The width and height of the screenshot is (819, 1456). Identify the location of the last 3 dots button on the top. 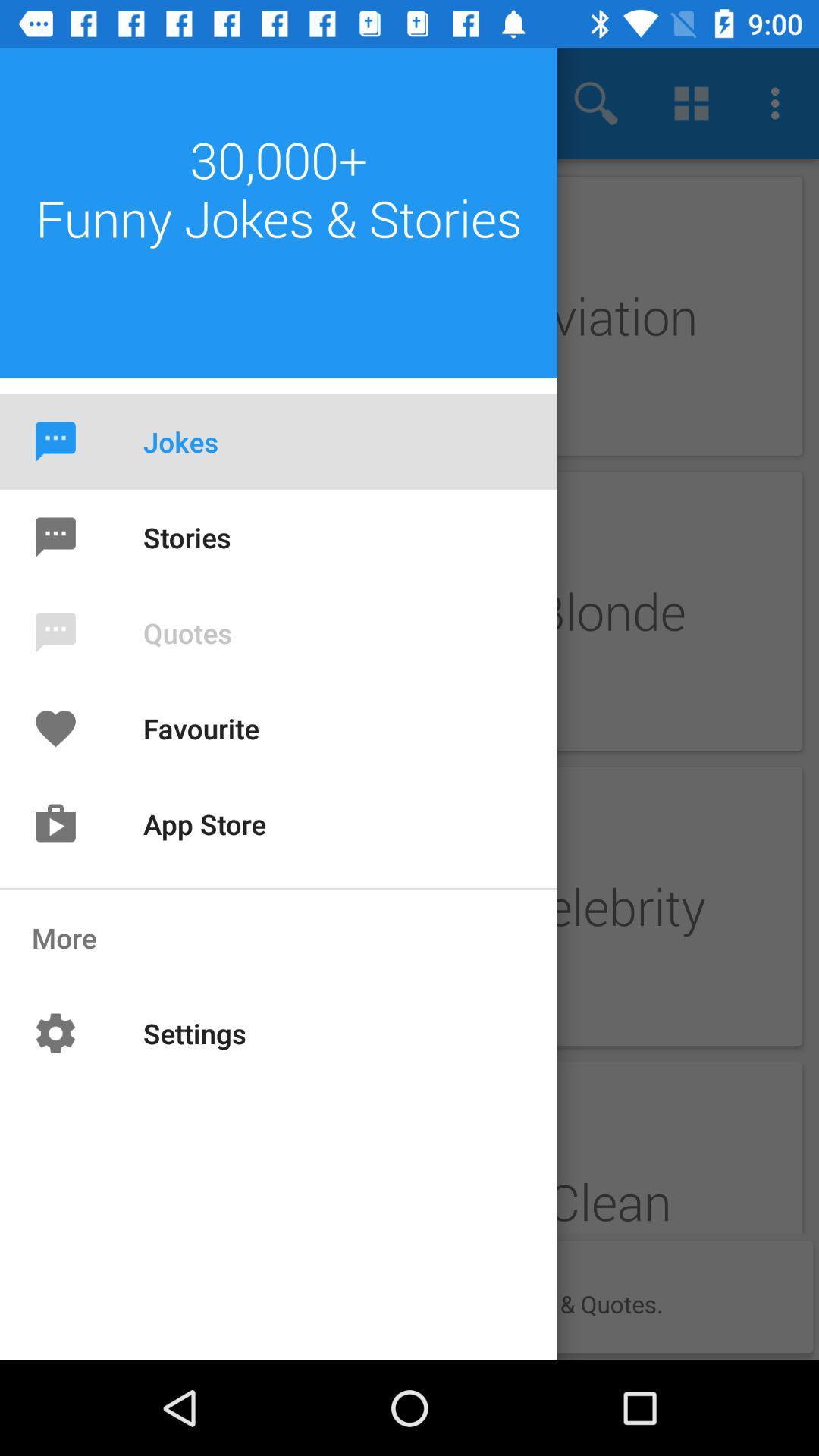
(779, 103).